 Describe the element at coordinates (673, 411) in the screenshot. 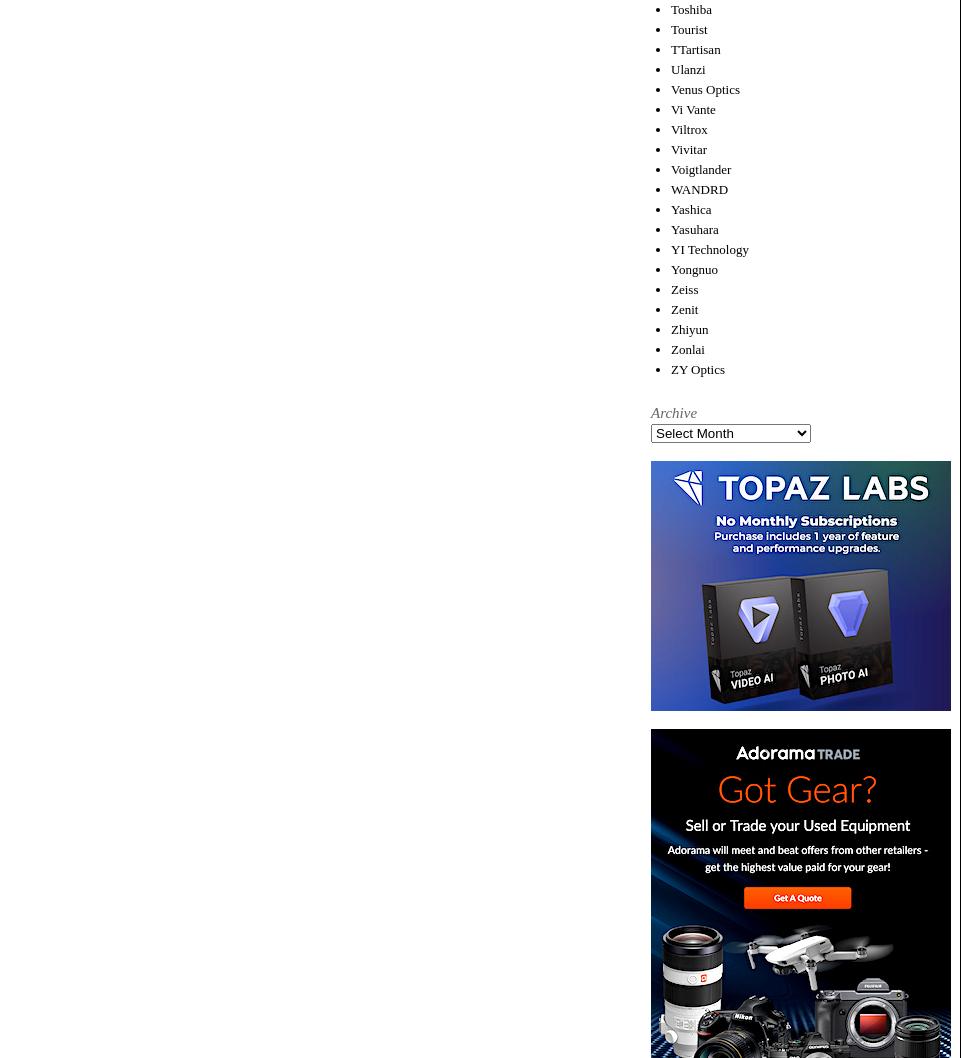

I see `'Archive'` at that location.